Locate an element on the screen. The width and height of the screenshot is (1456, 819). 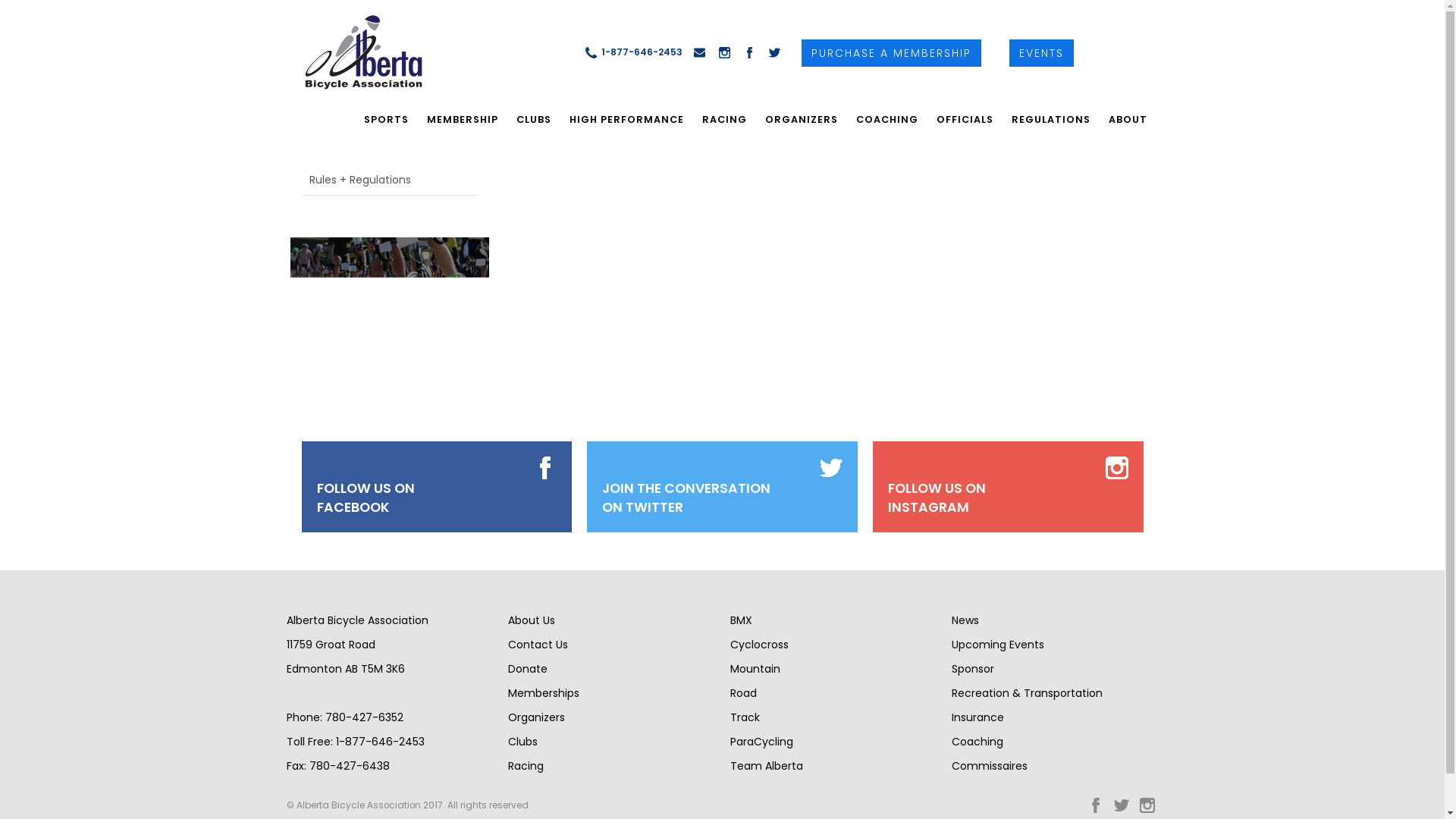
'COACHING' is located at coordinates (886, 119).